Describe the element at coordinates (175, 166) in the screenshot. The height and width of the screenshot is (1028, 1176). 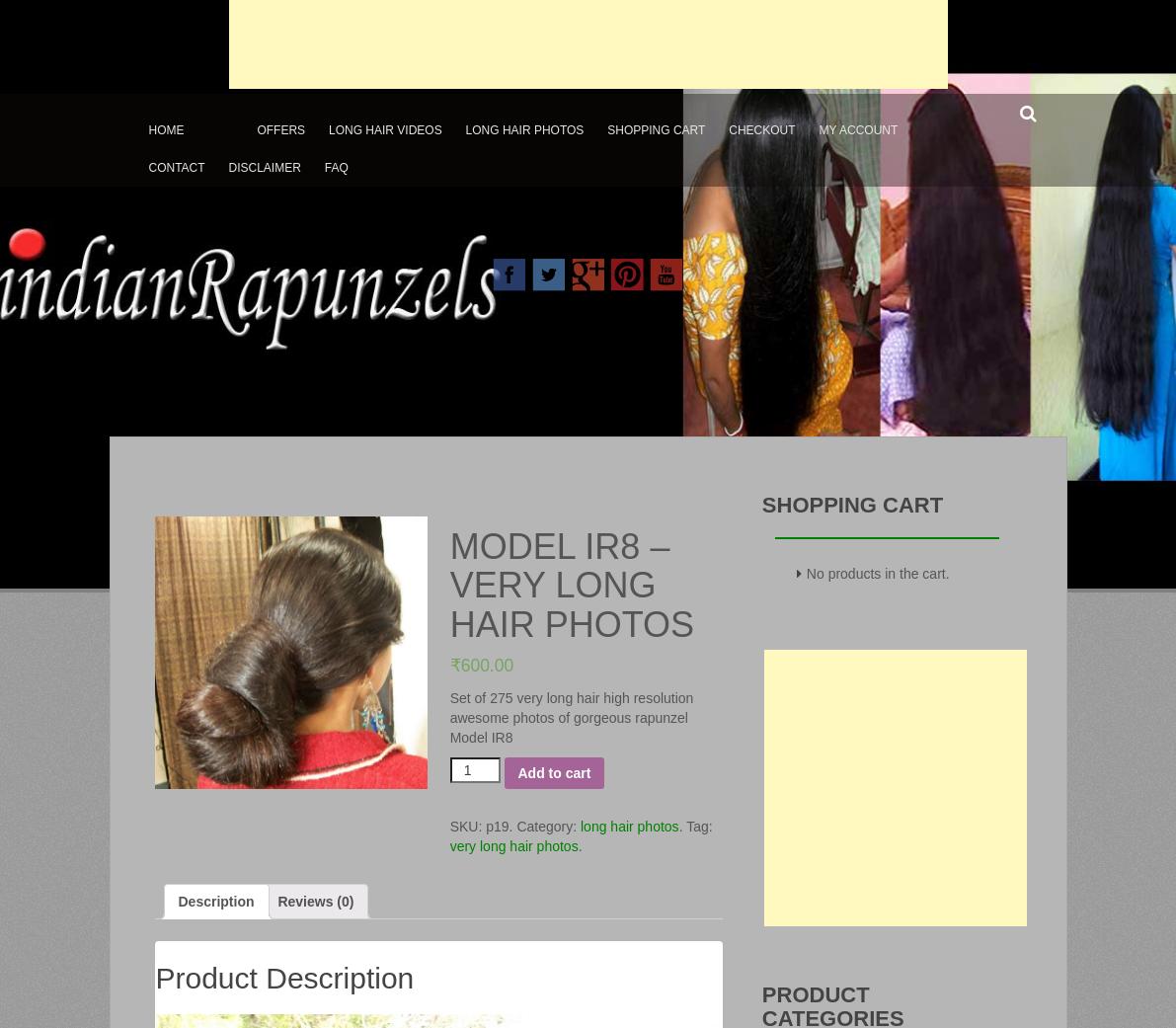
I see `'Contact'` at that location.